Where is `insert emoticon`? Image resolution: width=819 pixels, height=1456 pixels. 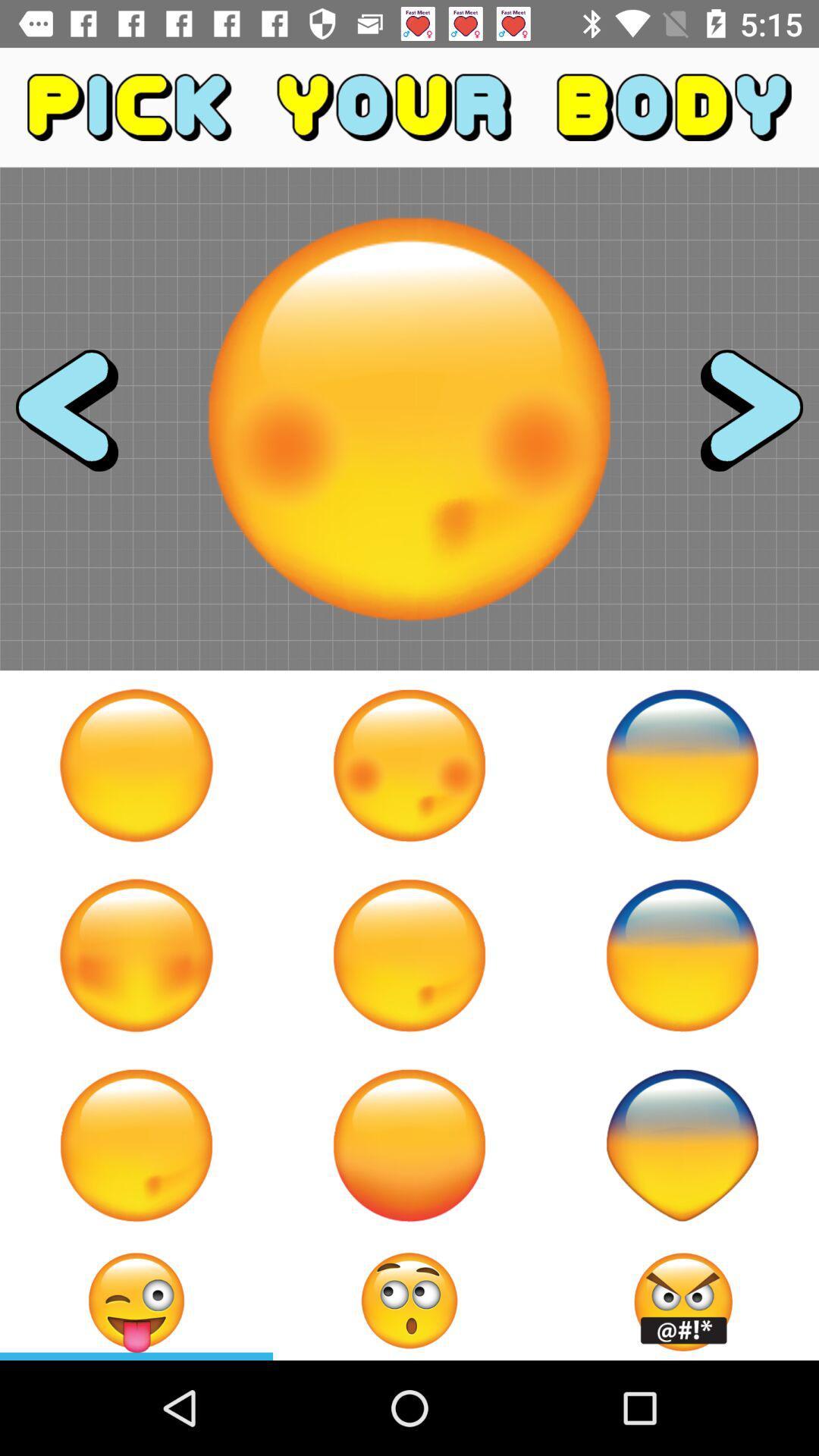
insert emoticon is located at coordinates (136, 1300).